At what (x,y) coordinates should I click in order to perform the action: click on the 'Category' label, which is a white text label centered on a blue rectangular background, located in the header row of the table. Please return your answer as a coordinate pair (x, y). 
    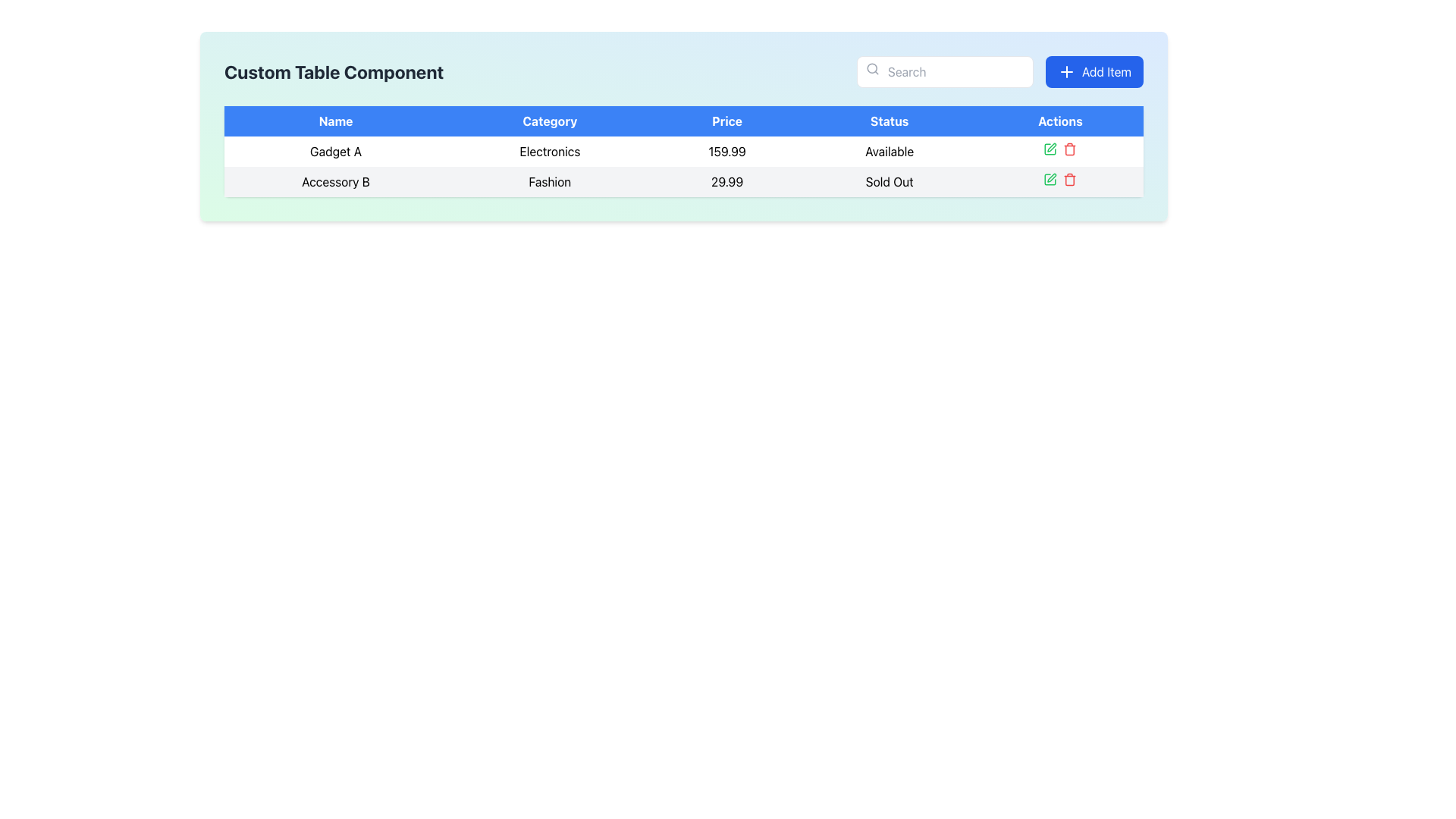
    Looking at the image, I should click on (549, 120).